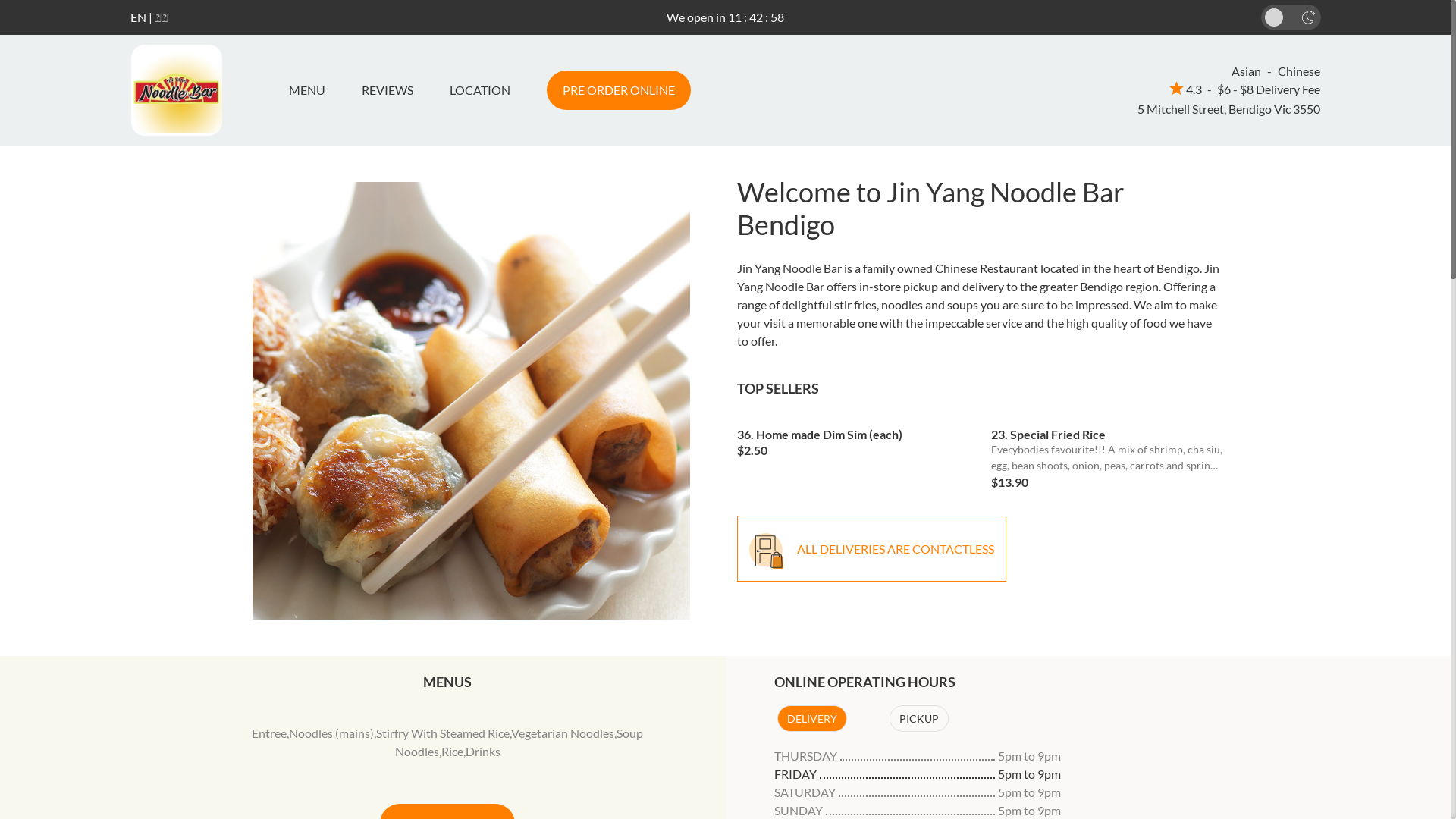  I want to click on 'LOCATION', so click(479, 90).